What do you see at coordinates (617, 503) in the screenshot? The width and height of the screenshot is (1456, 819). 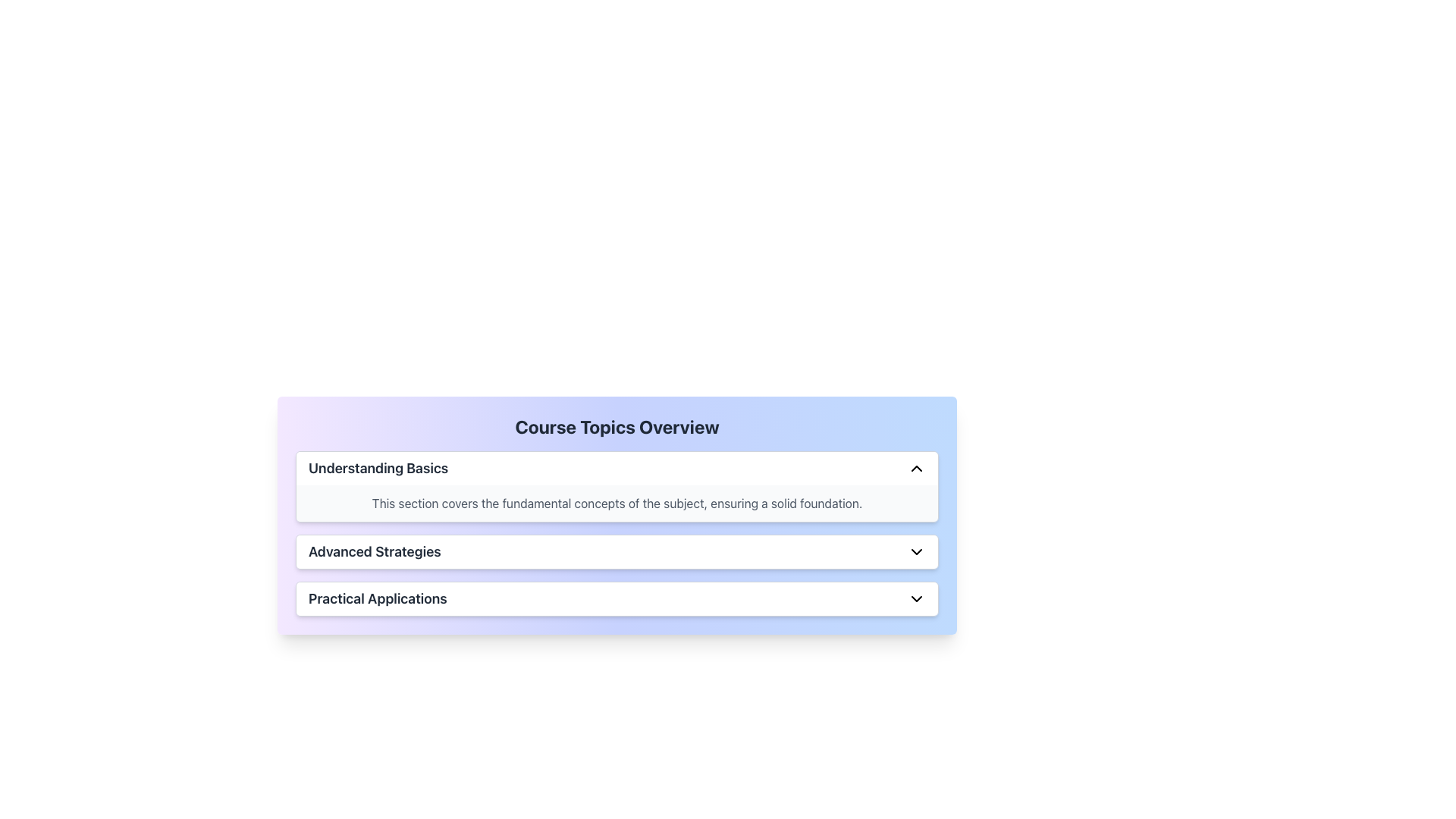 I see `informational text block that reads 'This section covers the fundamental concepts of the subject, ensuring a solid foundation.' which is styled with a gray background and is positioned beneath the 'Understanding Basics' header` at bounding box center [617, 503].